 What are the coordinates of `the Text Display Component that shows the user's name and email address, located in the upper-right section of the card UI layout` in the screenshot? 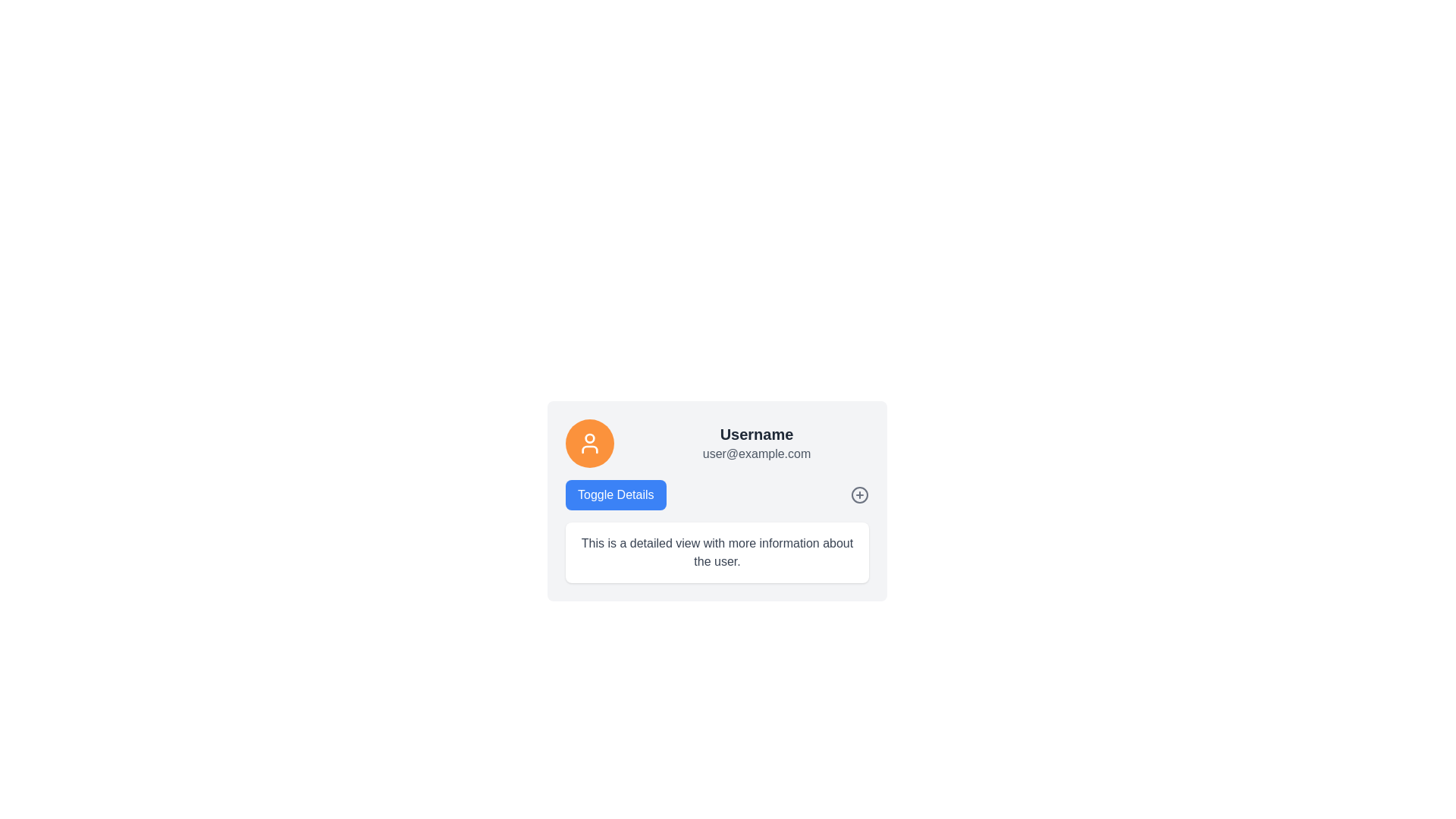 It's located at (757, 444).